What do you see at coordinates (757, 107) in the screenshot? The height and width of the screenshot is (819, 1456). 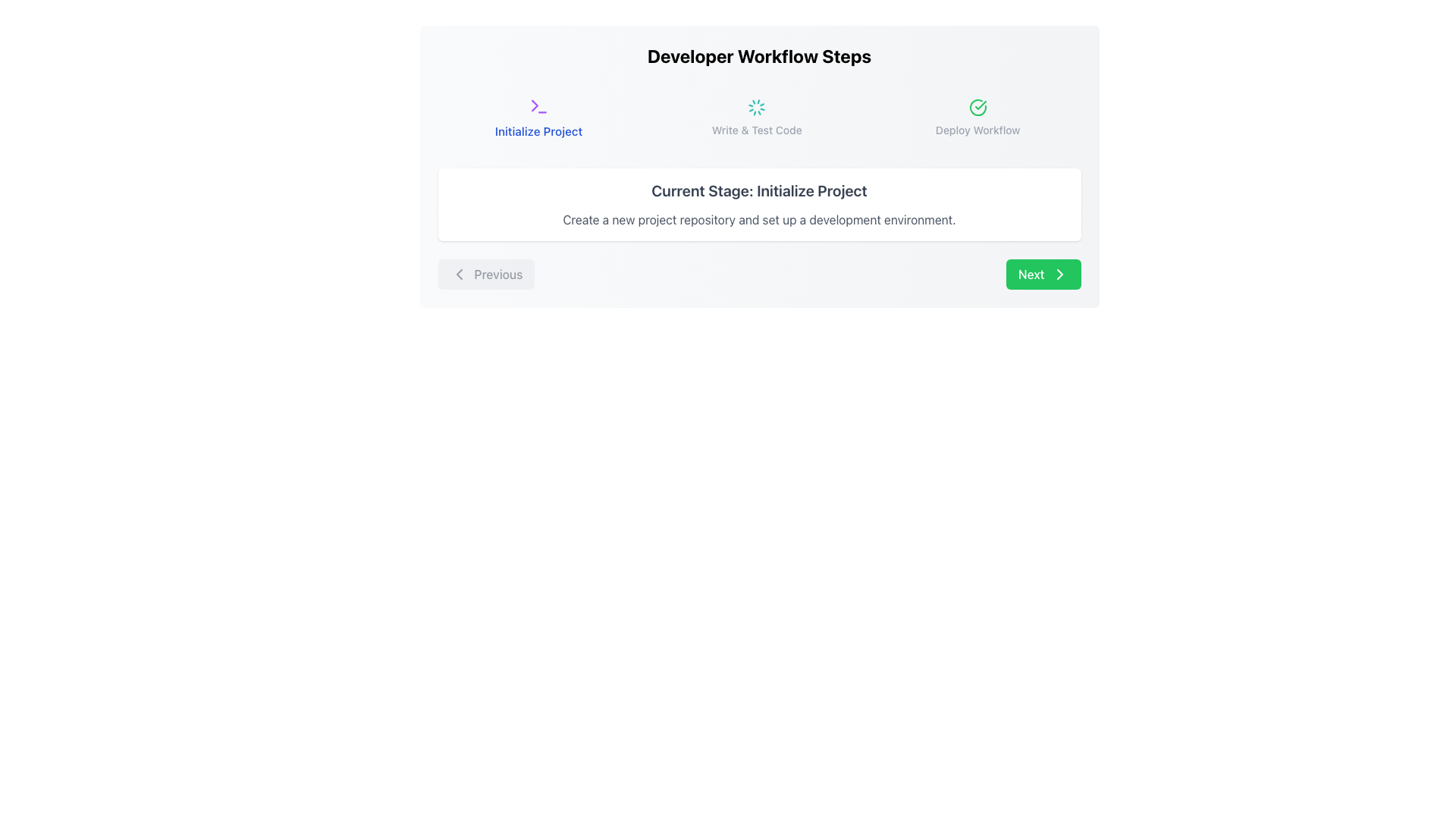 I see `the status icon representing the current progress within the 'Write & Test Code' workflow step, located in the middle of the top section of the interface` at bounding box center [757, 107].